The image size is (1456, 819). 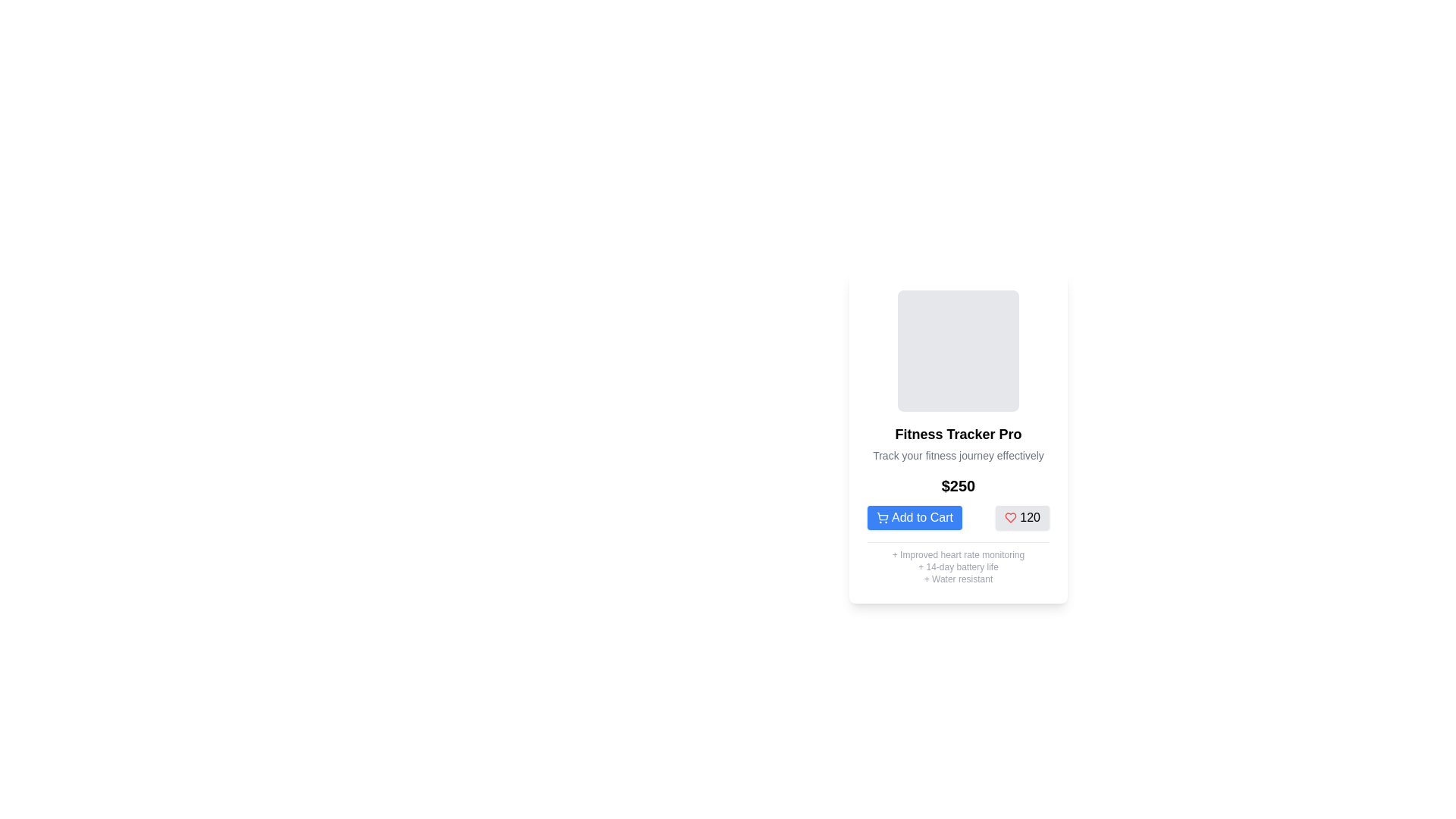 I want to click on the price Text label, which is positioned below the subtitle 'Track your fitness journey effectively' and above the 'Add to Cart' button, centrally aligned within the product details card, so click(x=957, y=485).